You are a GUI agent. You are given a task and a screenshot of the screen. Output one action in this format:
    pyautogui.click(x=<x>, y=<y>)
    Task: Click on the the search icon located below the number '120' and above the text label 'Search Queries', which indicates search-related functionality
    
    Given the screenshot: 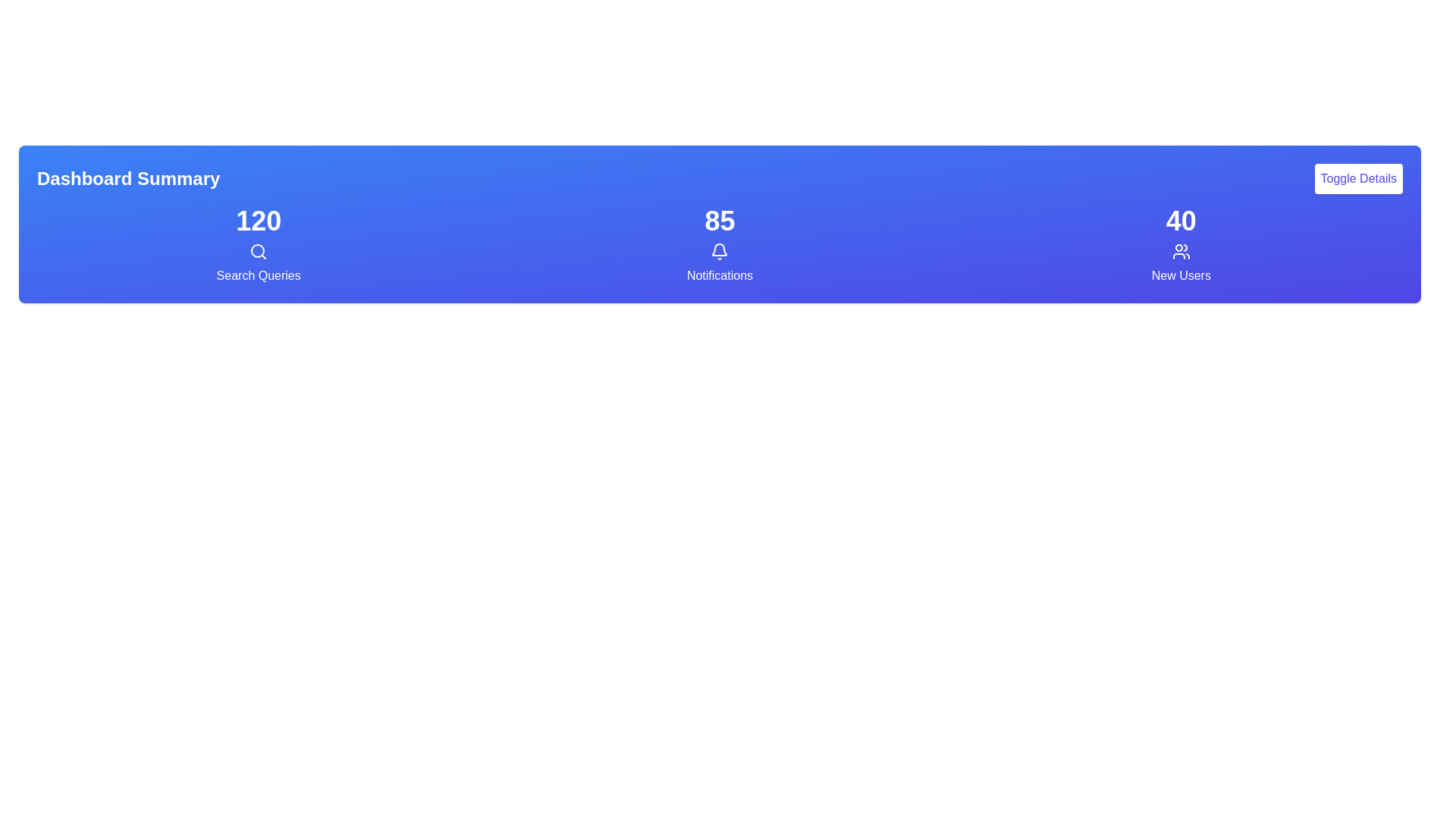 What is the action you would take?
    pyautogui.click(x=259, y=250)
    